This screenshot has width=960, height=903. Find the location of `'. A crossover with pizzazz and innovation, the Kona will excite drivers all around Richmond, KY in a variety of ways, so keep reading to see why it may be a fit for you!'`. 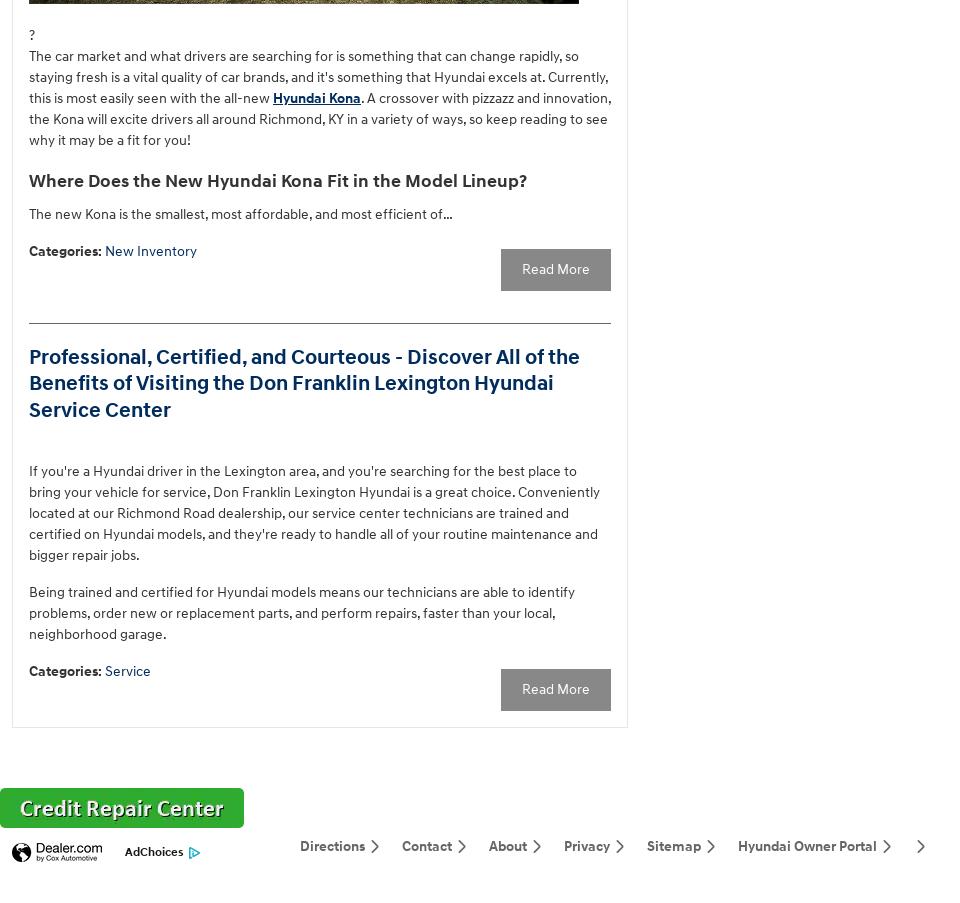

'. A crossover with pizzazz and innovation, the Kona will excite drivers all around Richmond, KY in a variety of ways, so keep reading to see why it may be a fit for you!' is located at coordinates (319, 118).